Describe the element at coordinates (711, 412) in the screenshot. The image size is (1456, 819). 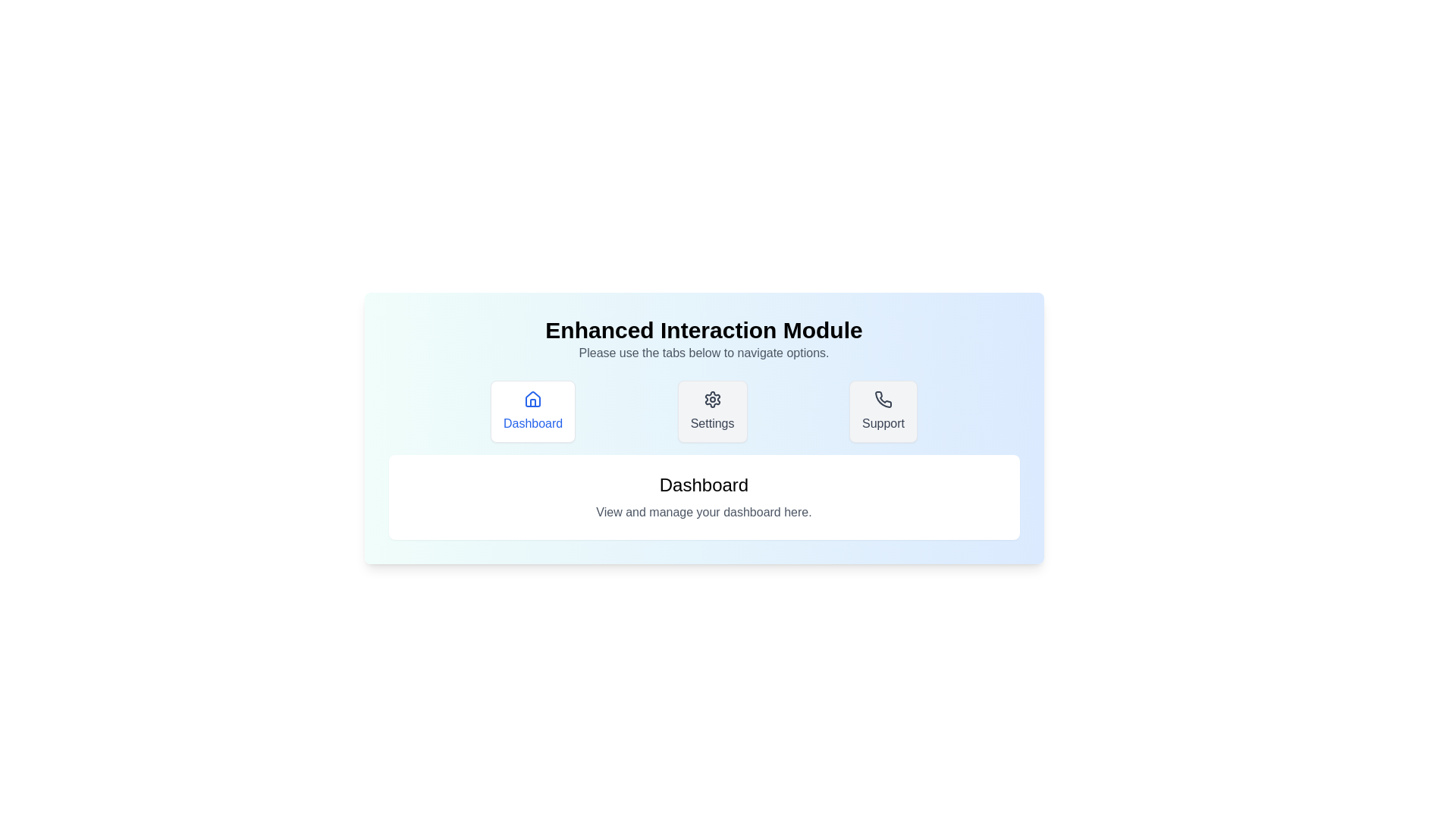
I see `the Settings tab to activate it` at that location.